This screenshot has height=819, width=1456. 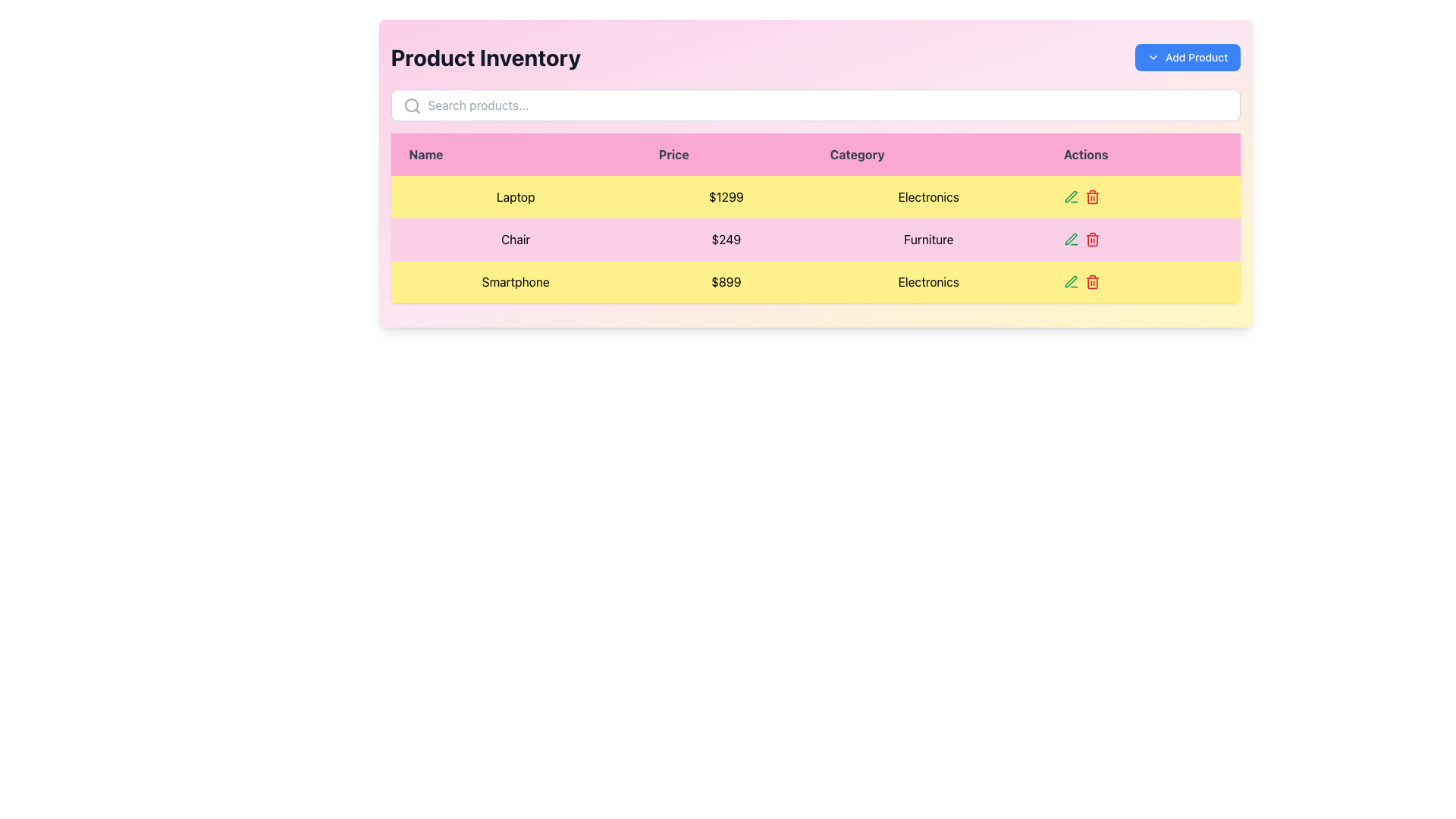 I want to click on the static text label reading 'Furniture' located in the 'Category' column of the second row of the table, which has a pale pink background and is positioned between the price '$249' and the 'Actions' column, so click(x=927, y=239).